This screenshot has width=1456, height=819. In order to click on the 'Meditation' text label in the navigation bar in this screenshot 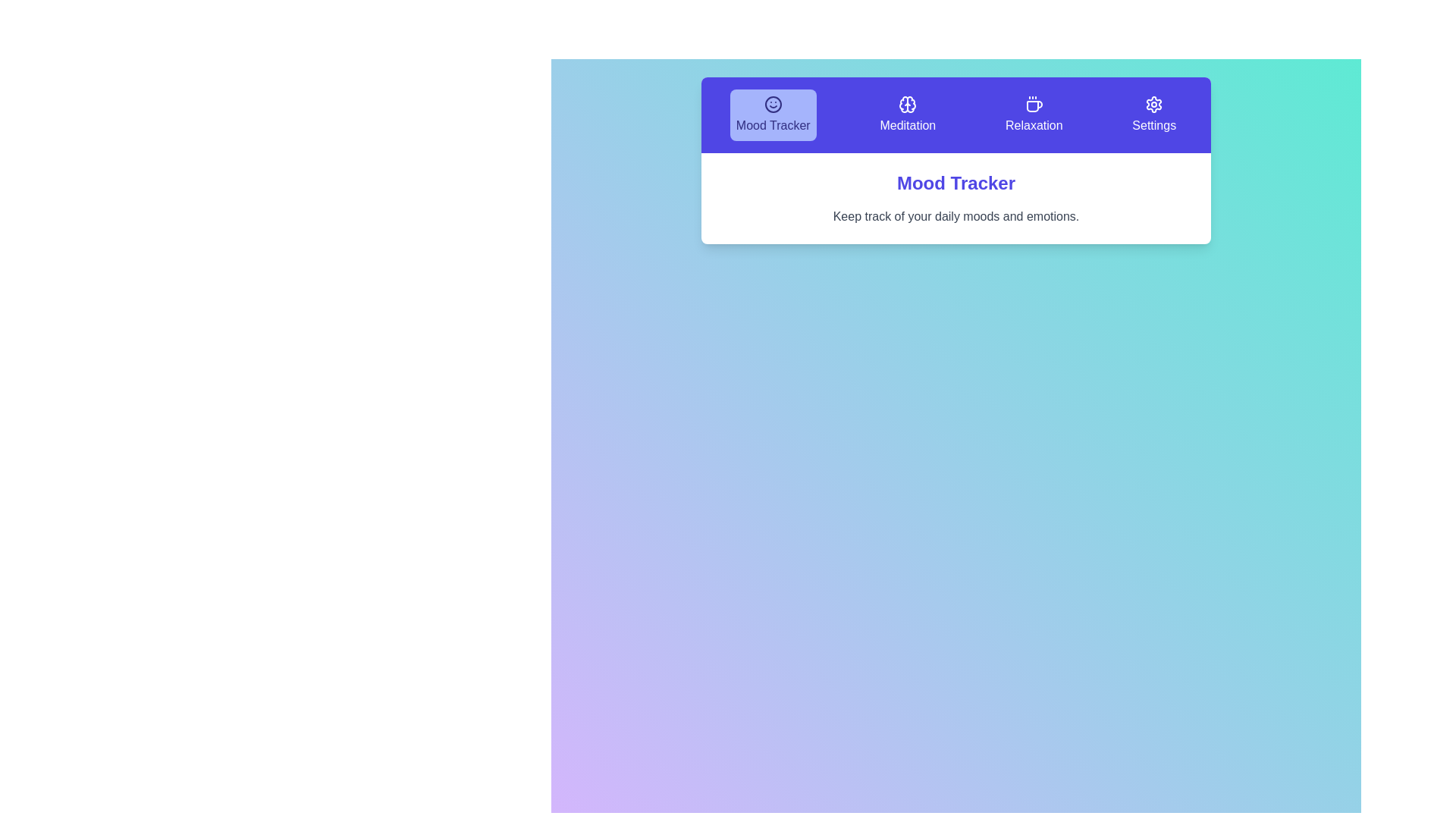, I will do `click(908, 124)`.